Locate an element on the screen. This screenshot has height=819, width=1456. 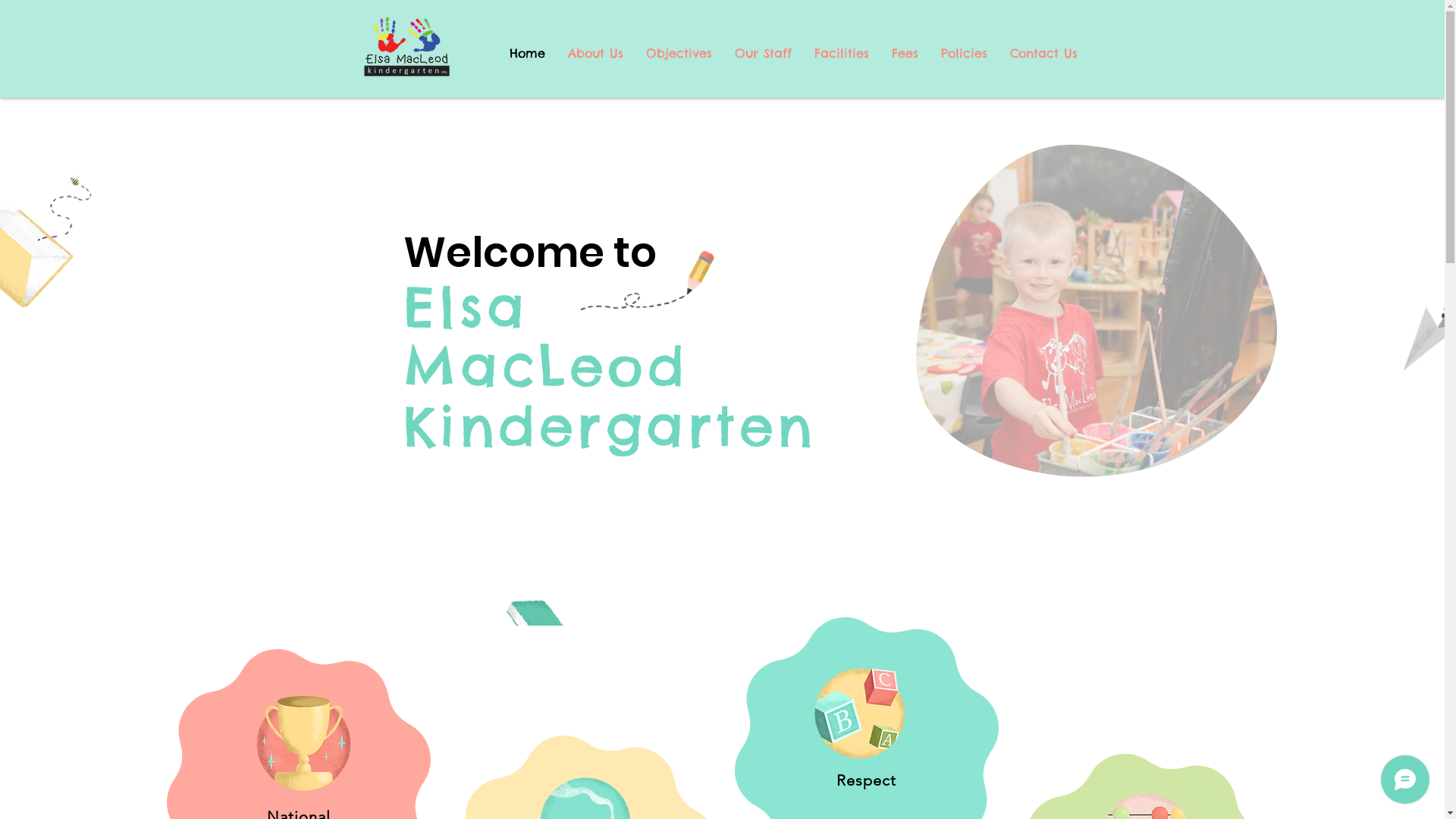
'Home' is located at coordinates (526, 52).